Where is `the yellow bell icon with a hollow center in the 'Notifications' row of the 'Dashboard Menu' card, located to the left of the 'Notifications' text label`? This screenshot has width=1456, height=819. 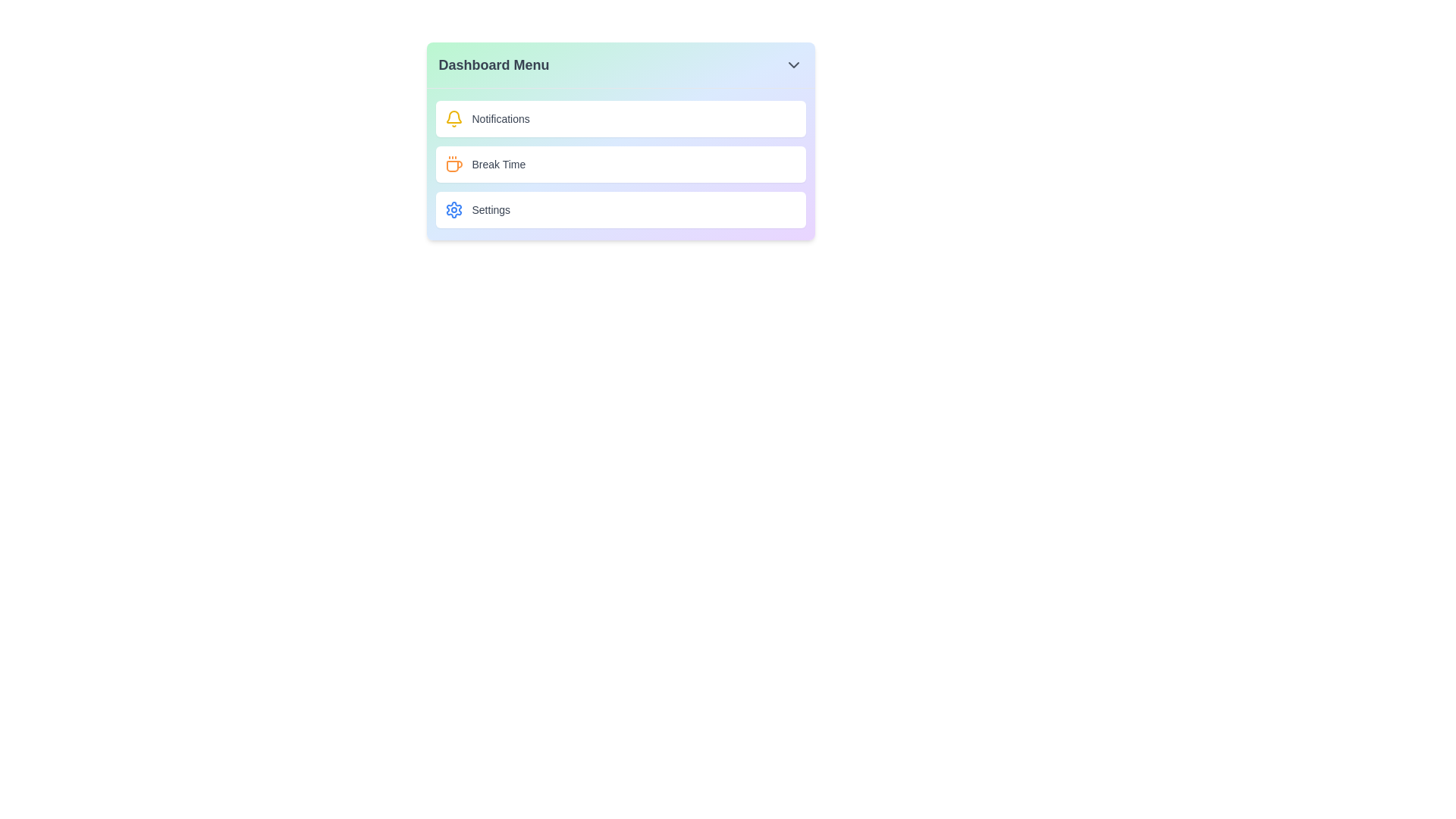
the yellow bell icon with a hollow center in the 'Notifications' row of the 'Dashboard Menu' card, located to the left of the 'Notifications' text label is located at coordinates (453, 118).